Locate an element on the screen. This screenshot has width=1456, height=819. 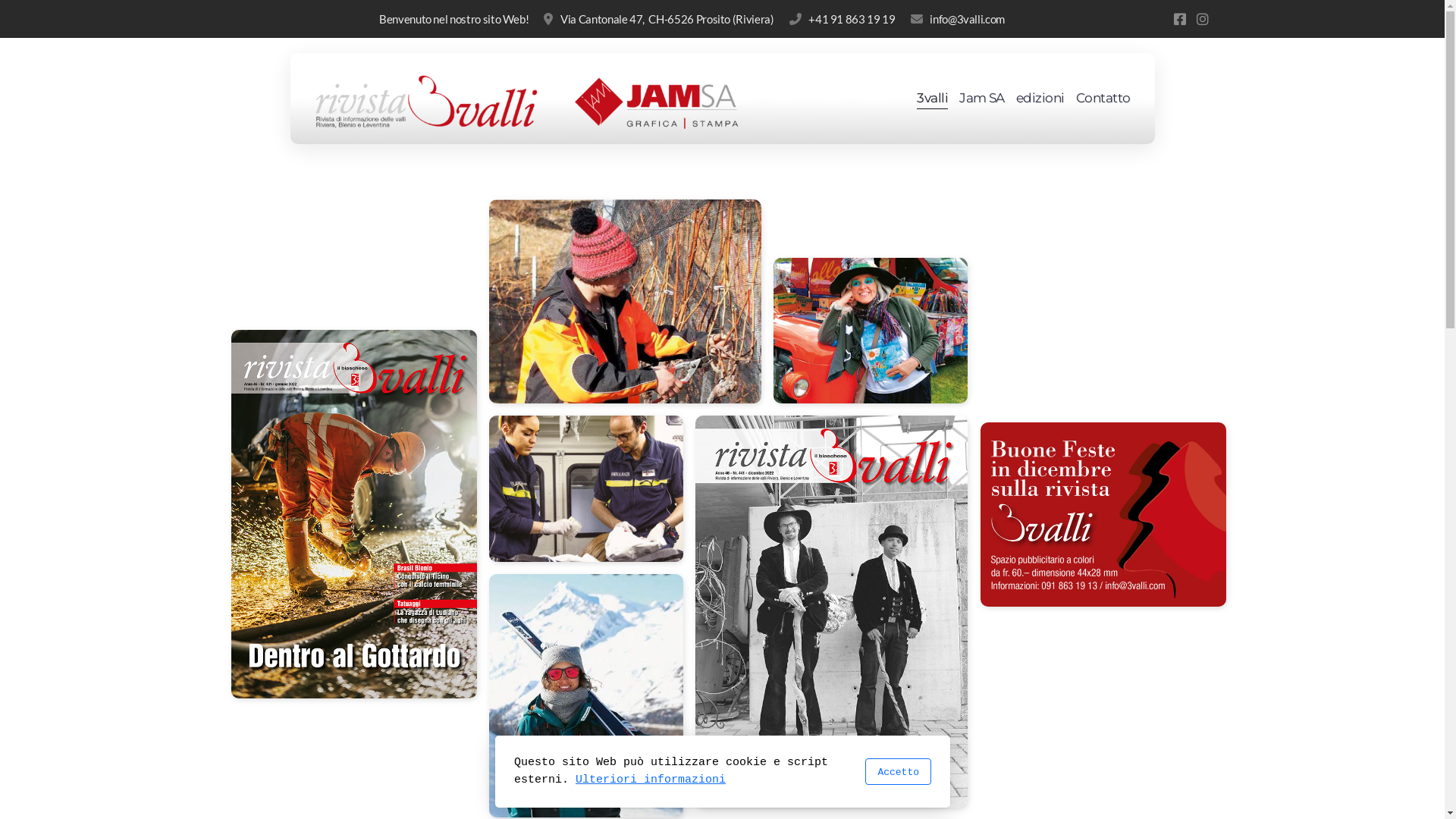
'Ulteriori informazioni' is located at coordinates (651, 780).